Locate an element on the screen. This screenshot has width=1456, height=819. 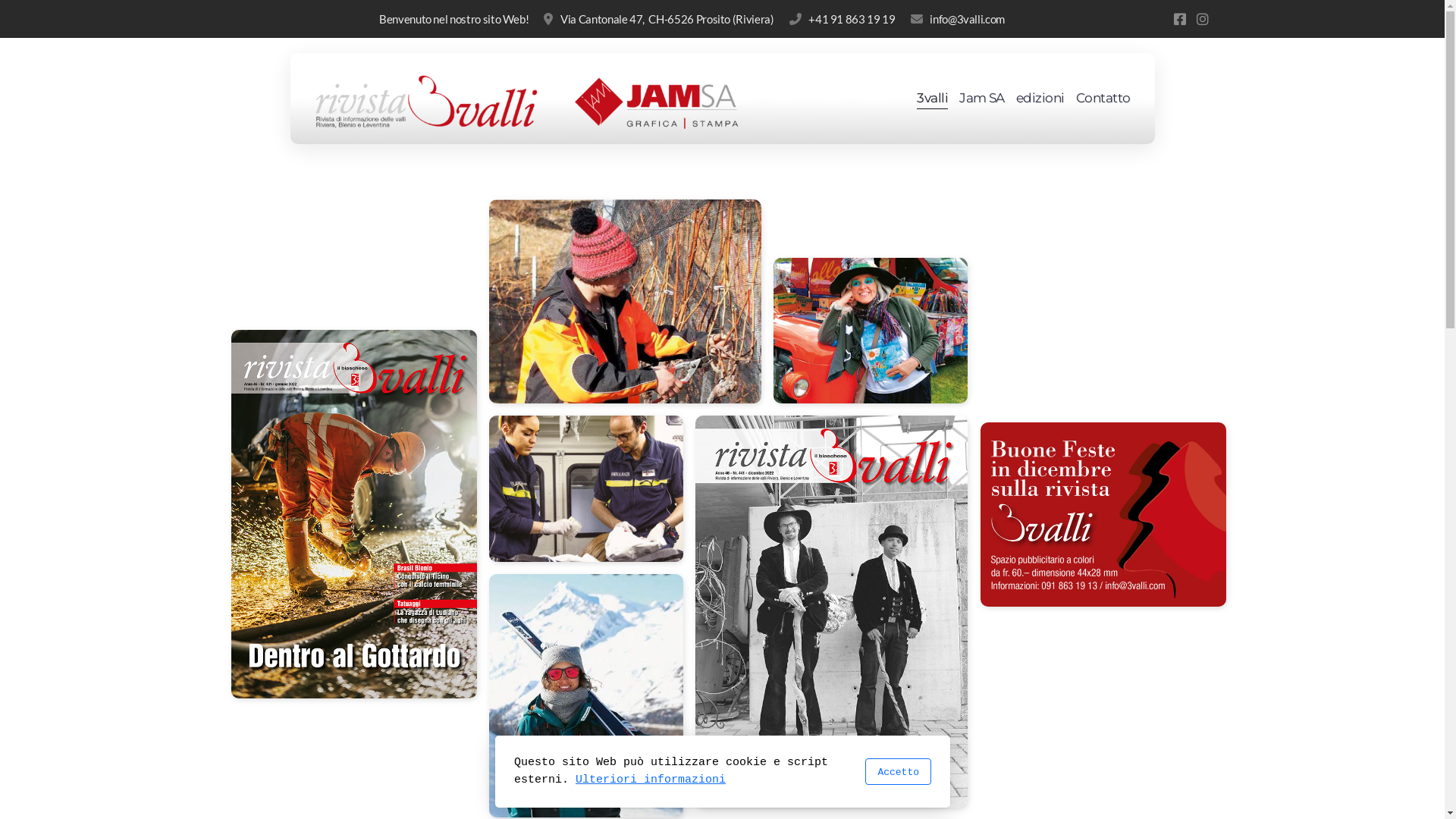
'Ulteriori informazioni' is located at coordinates (651, 780).